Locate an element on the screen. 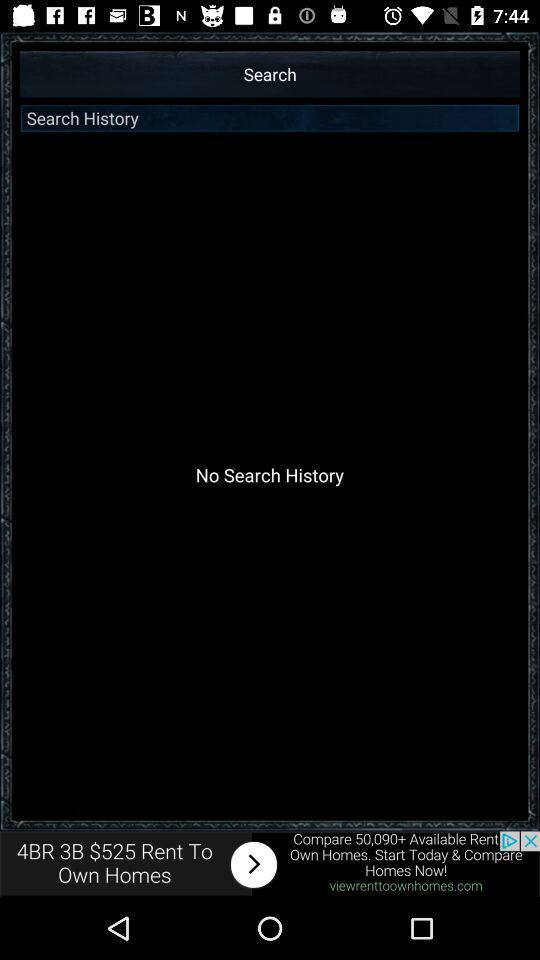  advertising is located at coordinates (270, 863).